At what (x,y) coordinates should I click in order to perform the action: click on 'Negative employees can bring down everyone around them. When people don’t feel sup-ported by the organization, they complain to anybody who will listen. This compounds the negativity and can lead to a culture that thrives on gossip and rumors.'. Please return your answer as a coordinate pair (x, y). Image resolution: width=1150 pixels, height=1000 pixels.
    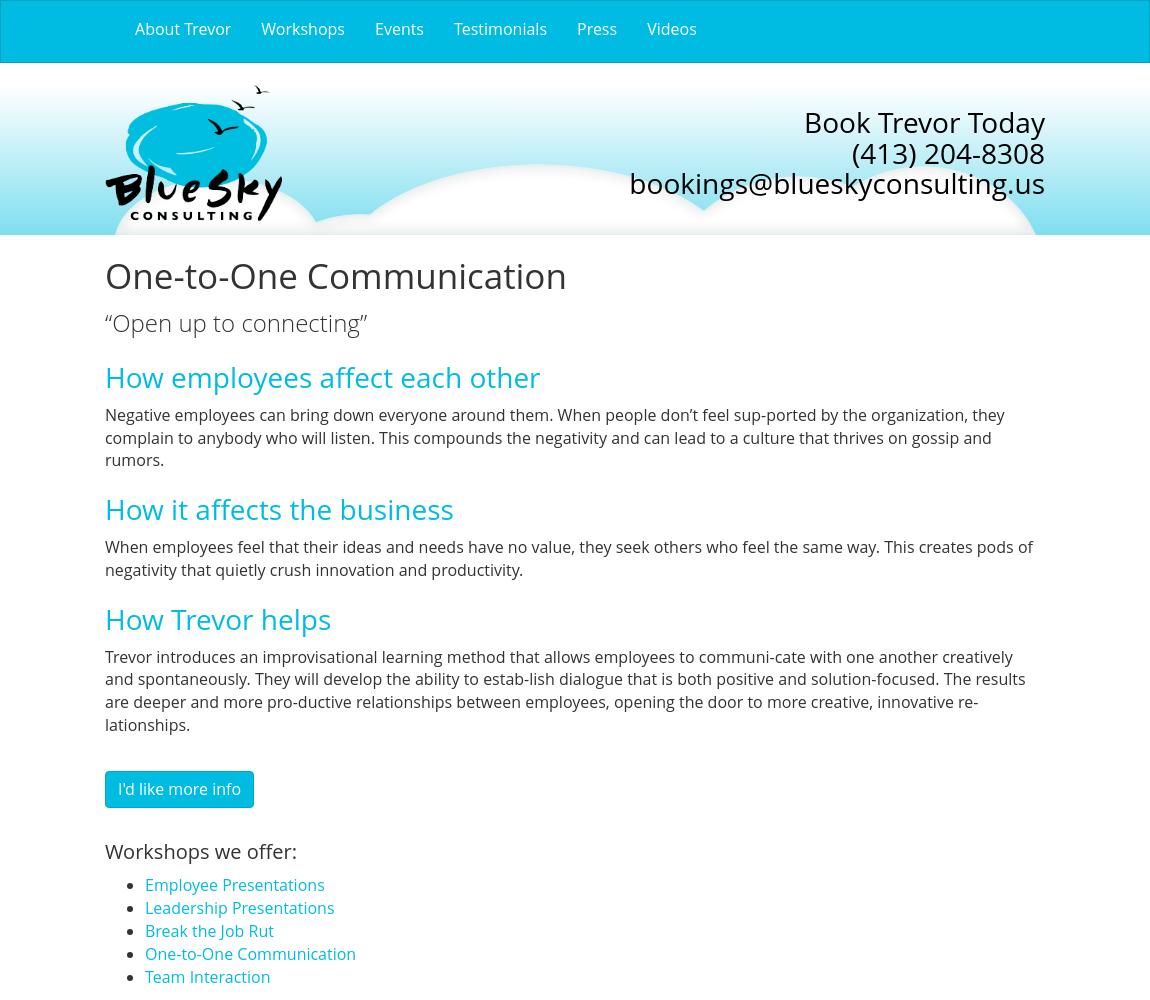
    Looking at the image, I should click on (554, 437).